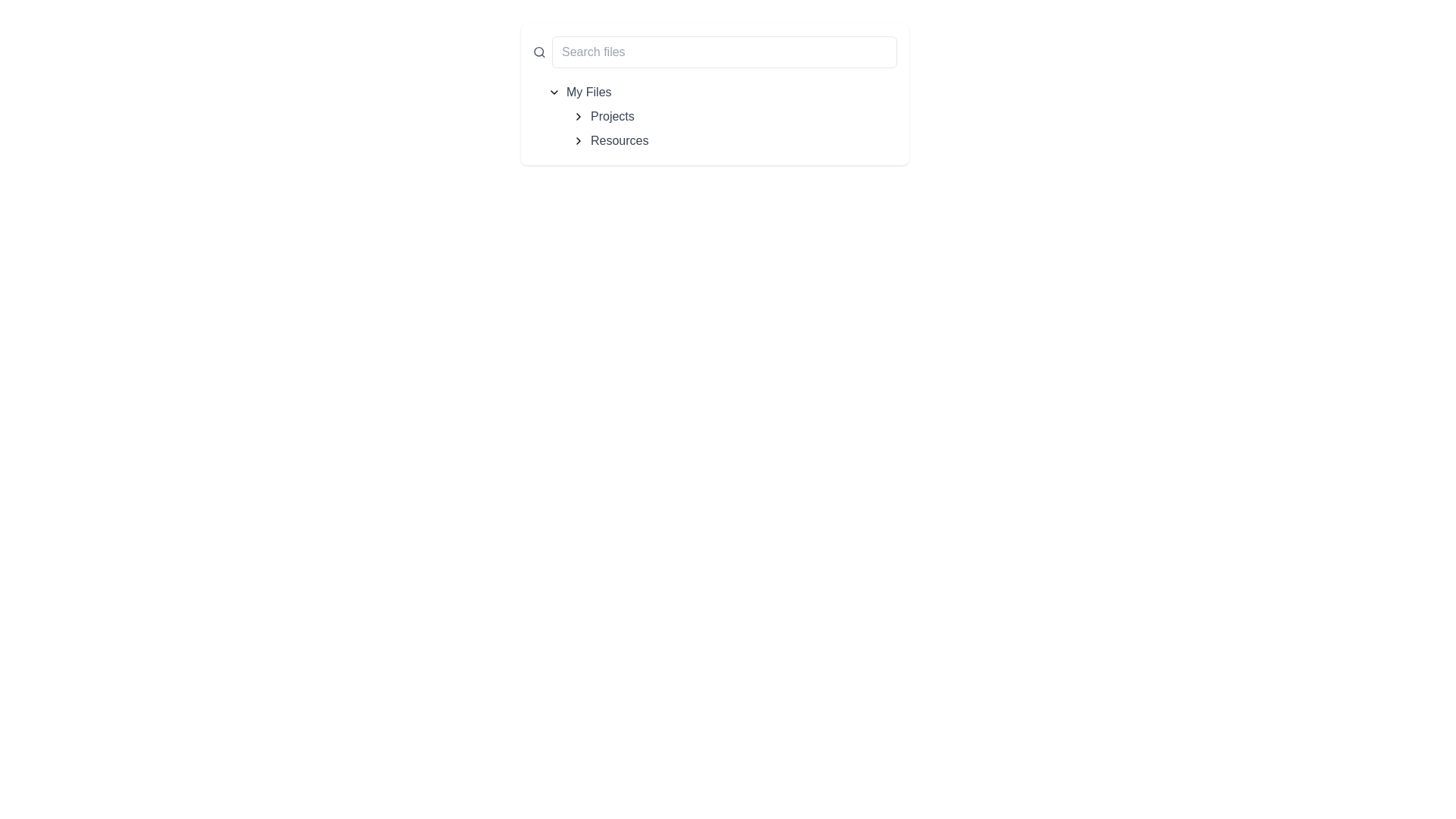 This screenshot has height=819, width=1456. What do you see at coordinates (553, 93) in the screenshot?
I see `the downward-pointing chevron icon located to the left of the 'My Files' text in the list header` at bounding box center [553, 93].